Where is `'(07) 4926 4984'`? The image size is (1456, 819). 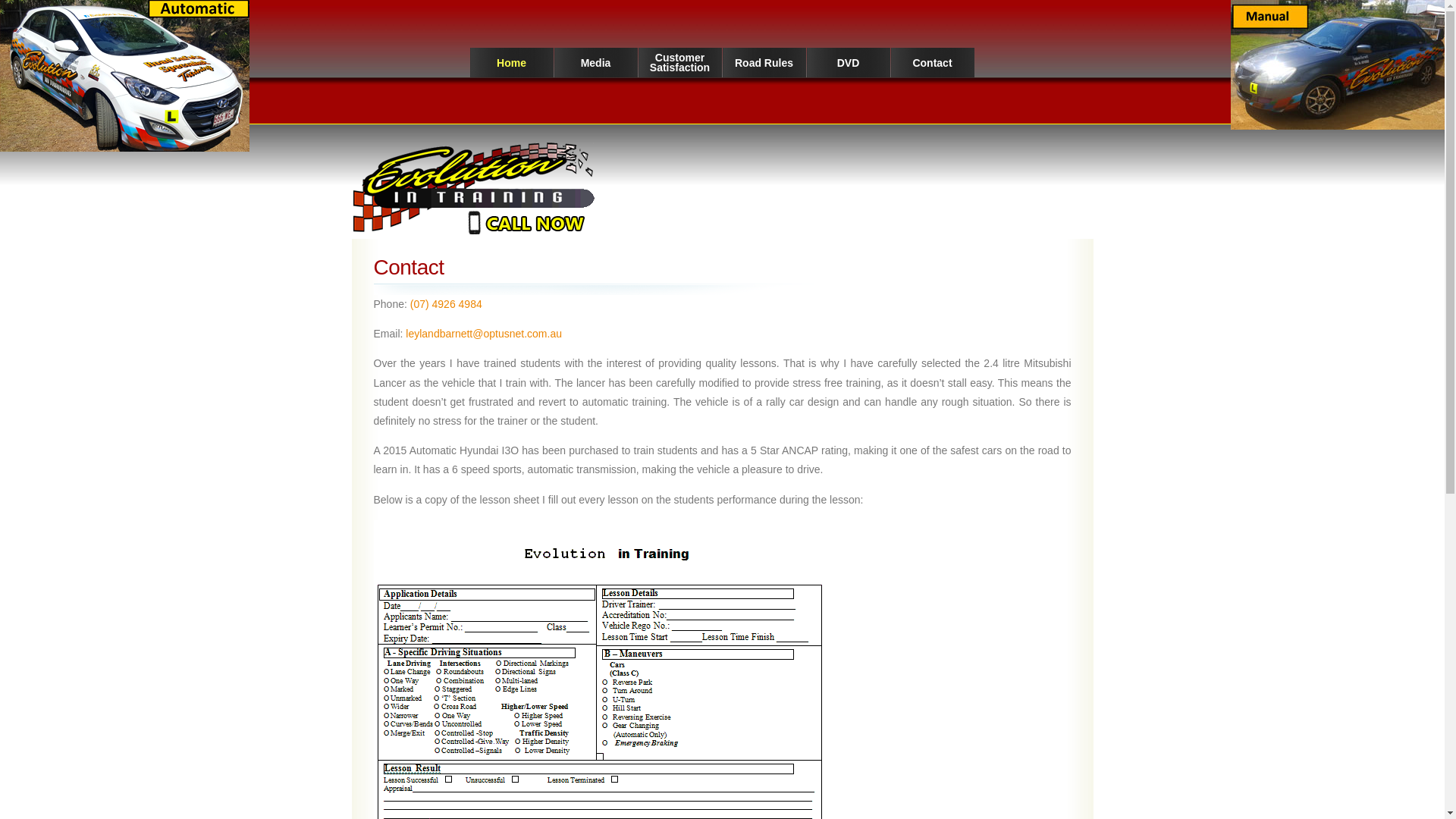 '(07) 4926 4984' is located at coordinates (445, 304).